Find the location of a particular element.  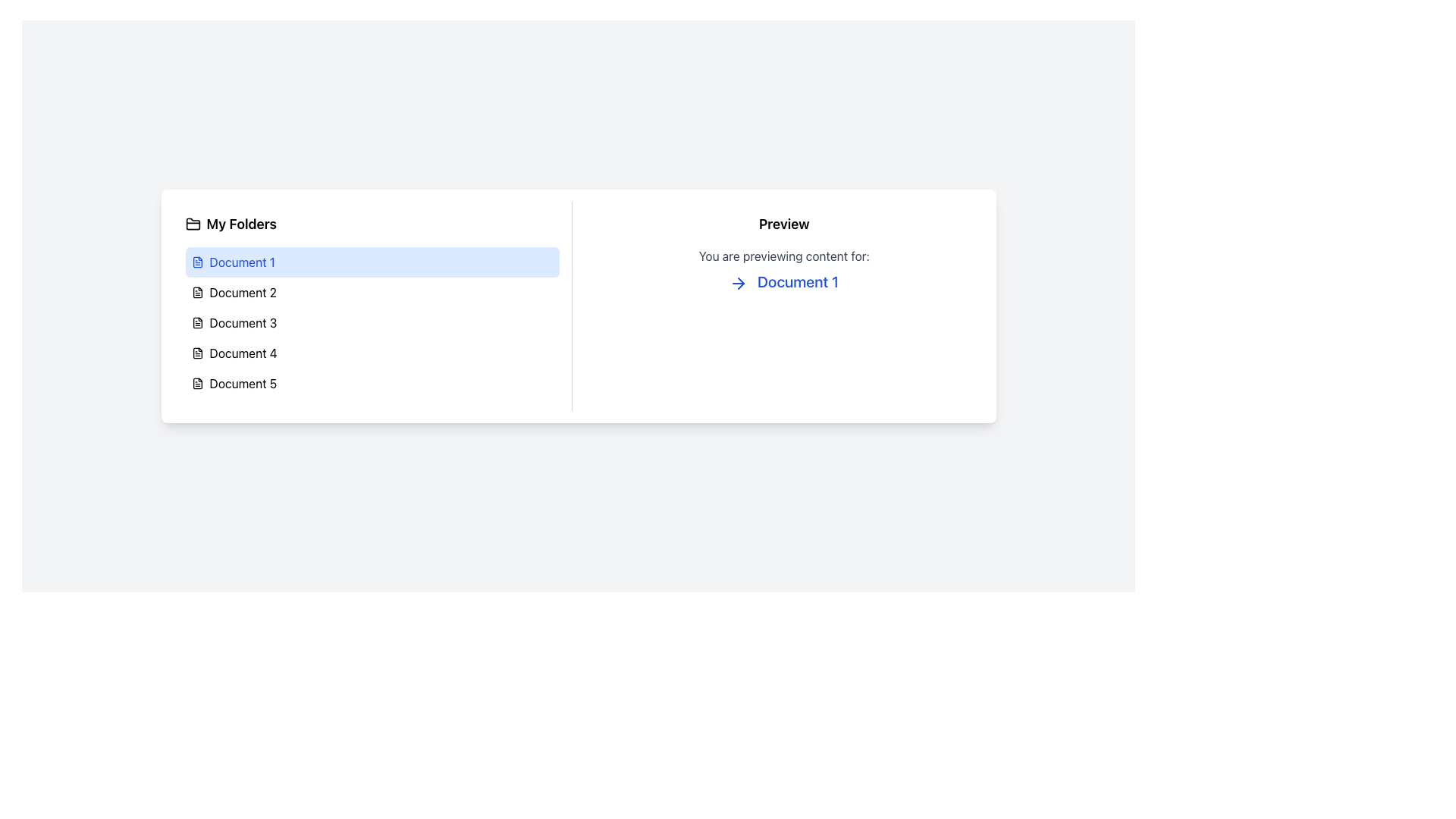

a document in the 'My Folders' vertical list is located at coordinates (372, 306).